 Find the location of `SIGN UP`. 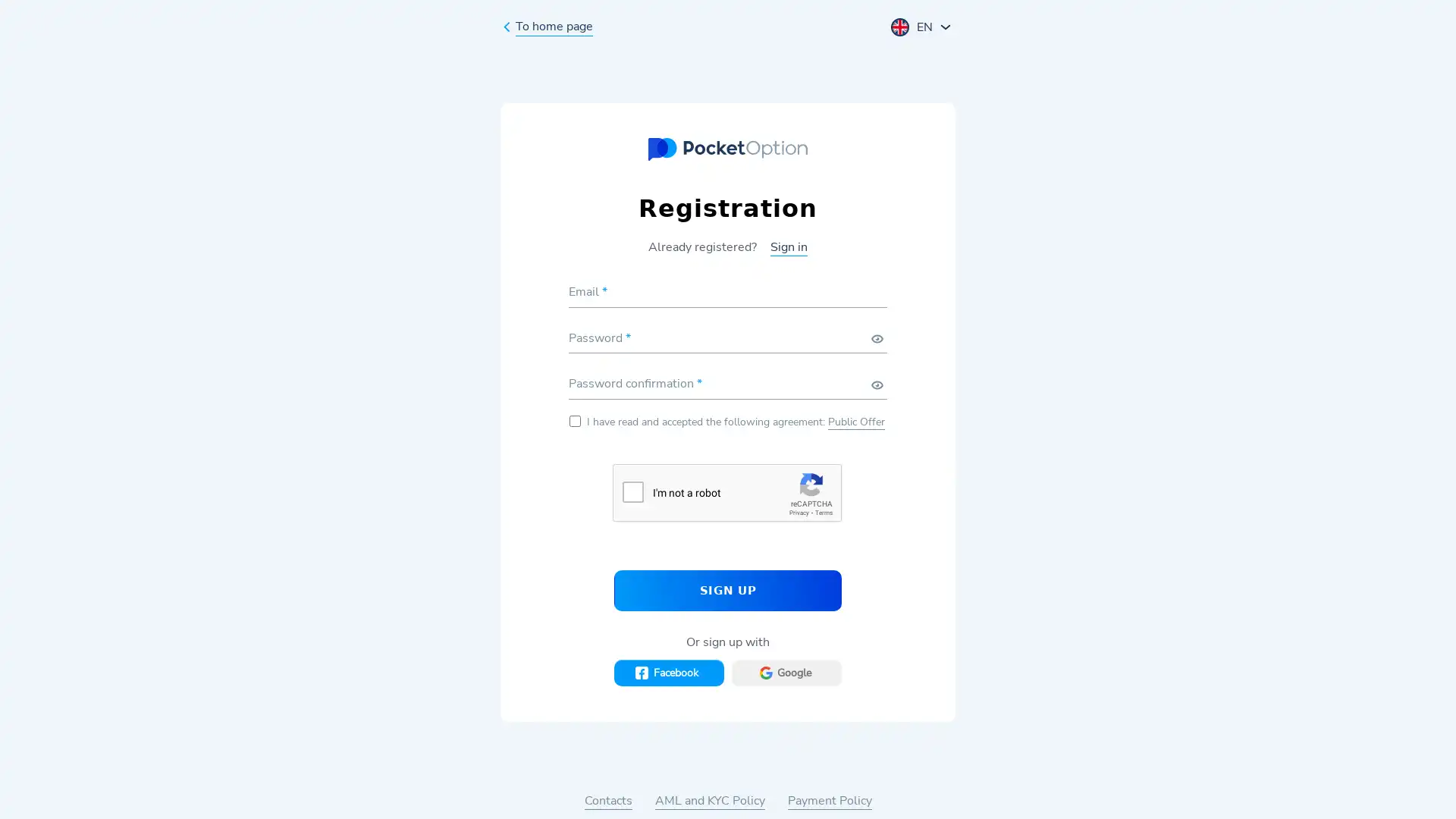

SIGN UP is located at coordinates (728, 589).